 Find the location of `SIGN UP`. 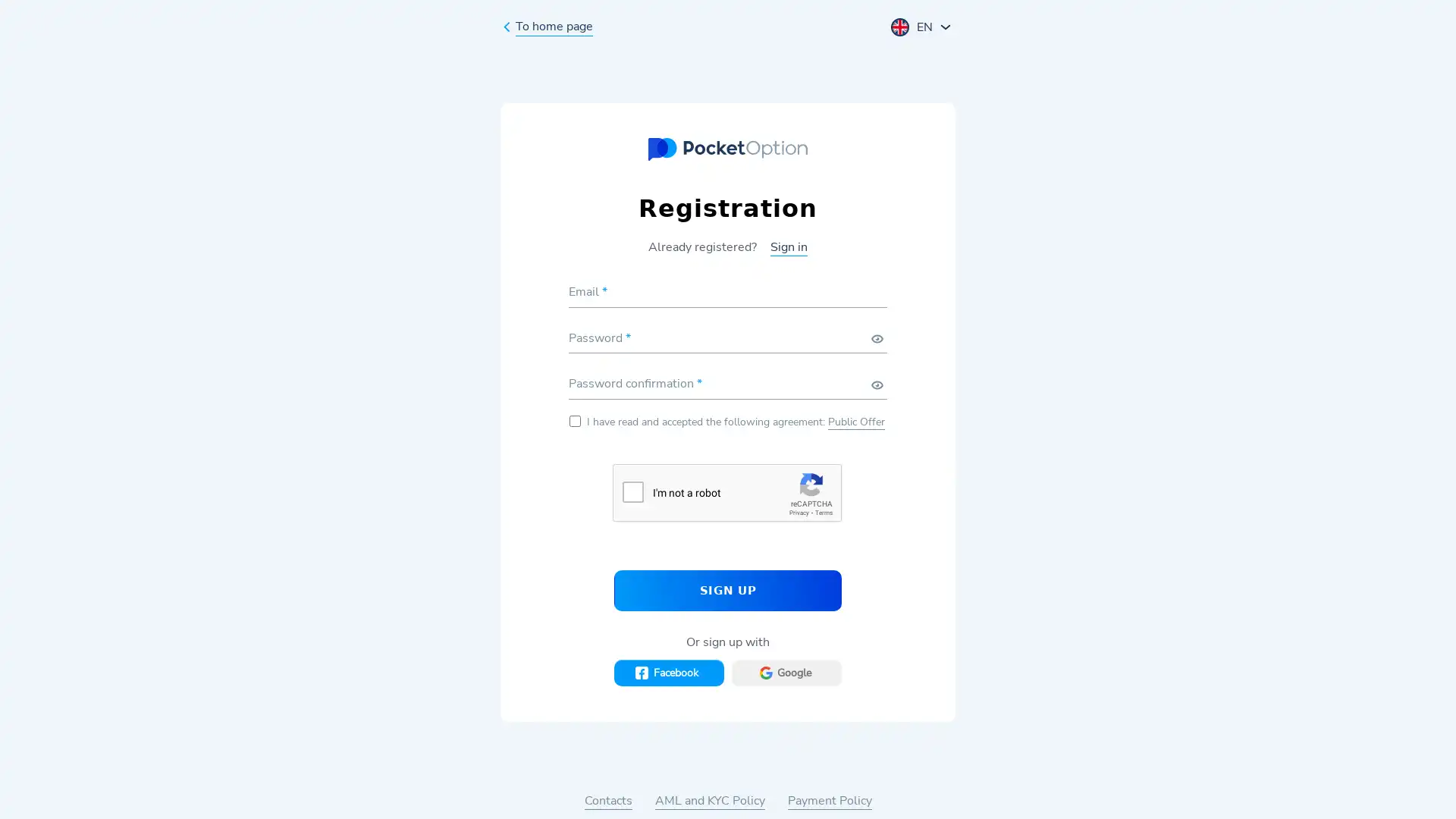

SIGN UP is located at coordinates (728, 589).